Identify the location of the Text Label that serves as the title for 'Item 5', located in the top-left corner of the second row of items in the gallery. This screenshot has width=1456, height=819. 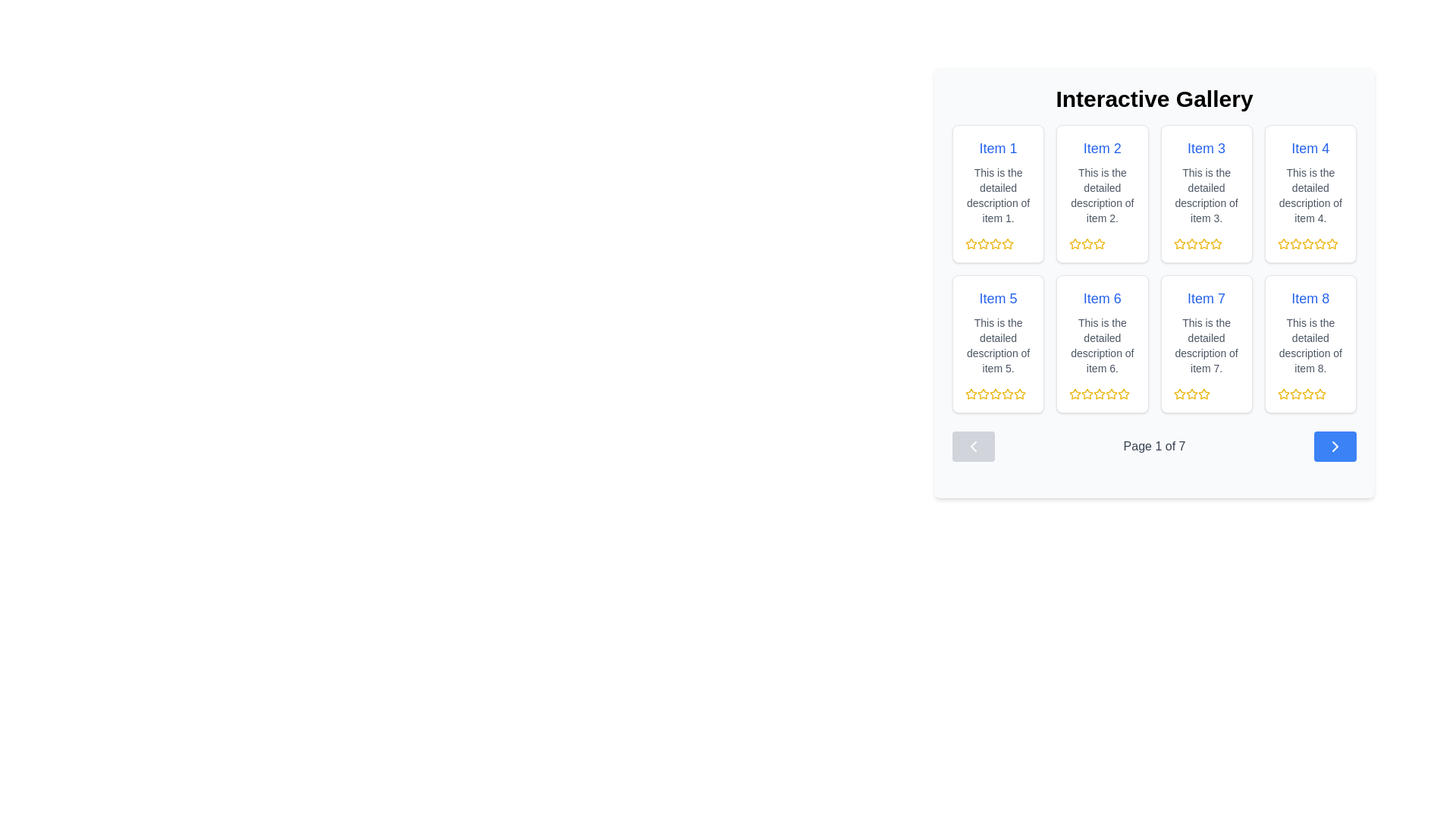
(998, 298).